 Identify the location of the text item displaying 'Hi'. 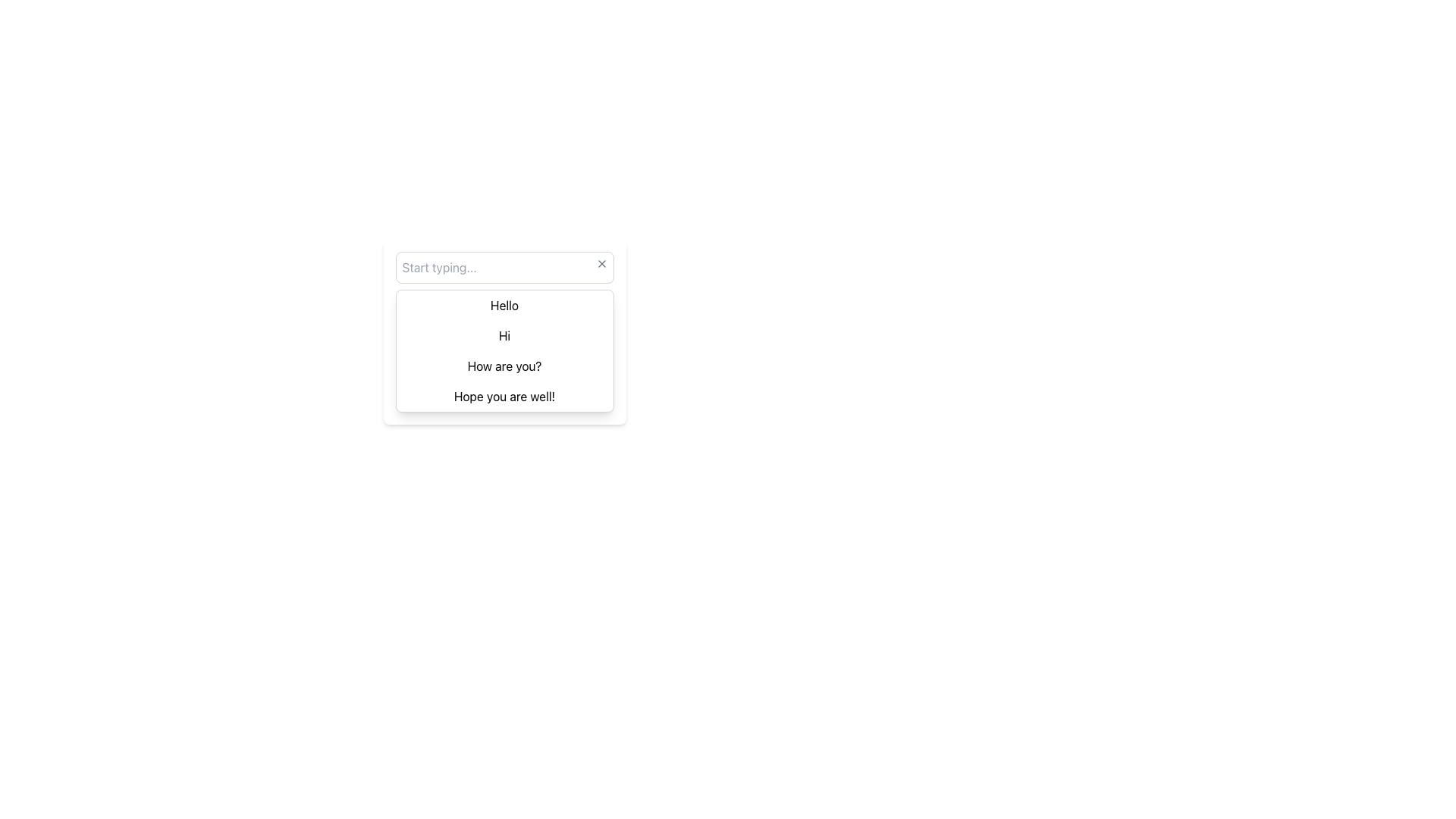
(504, 335).